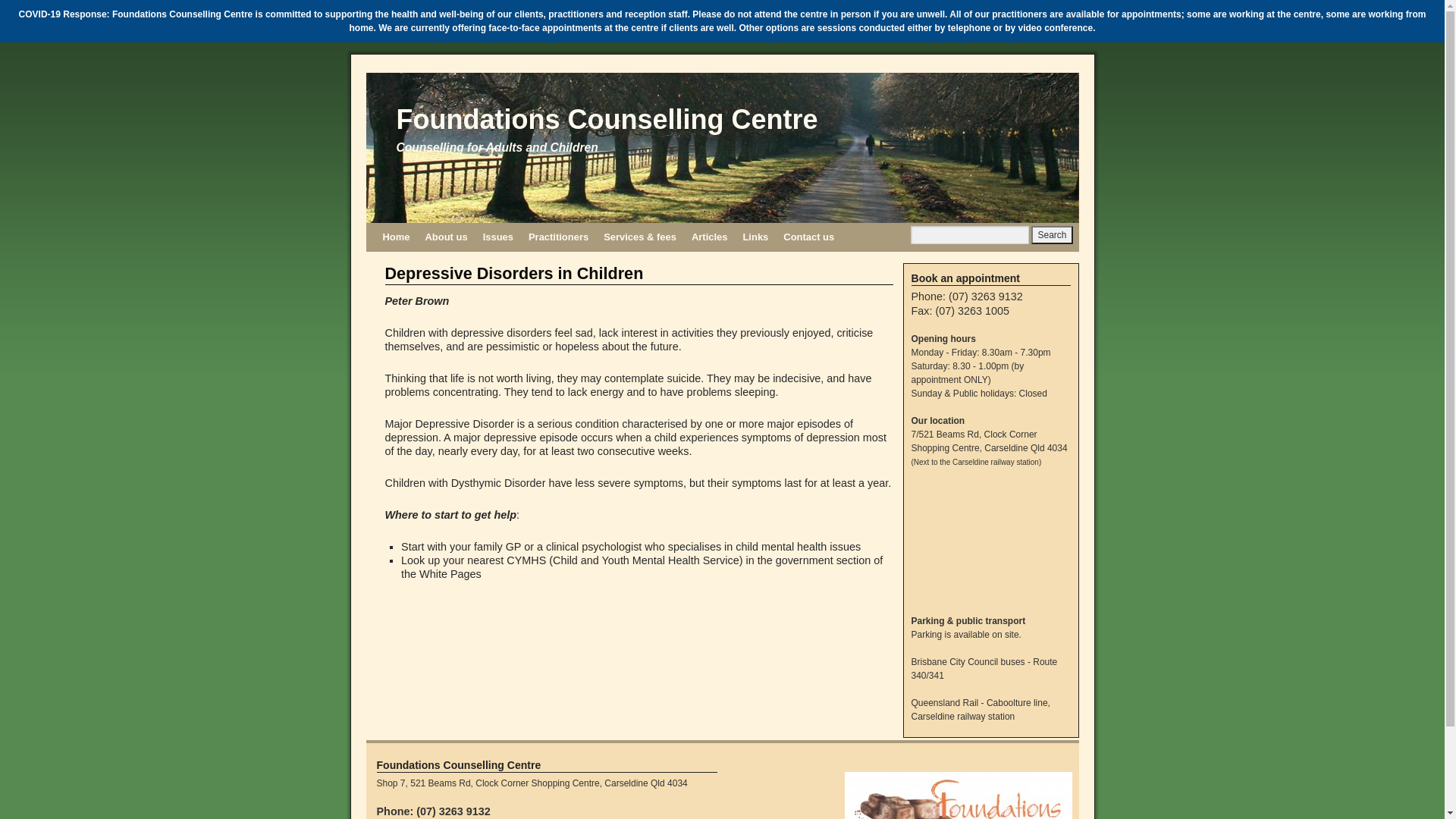  Describe the element at coordinates (396, 237) in the screenshot. I see `'Home'` at that location.